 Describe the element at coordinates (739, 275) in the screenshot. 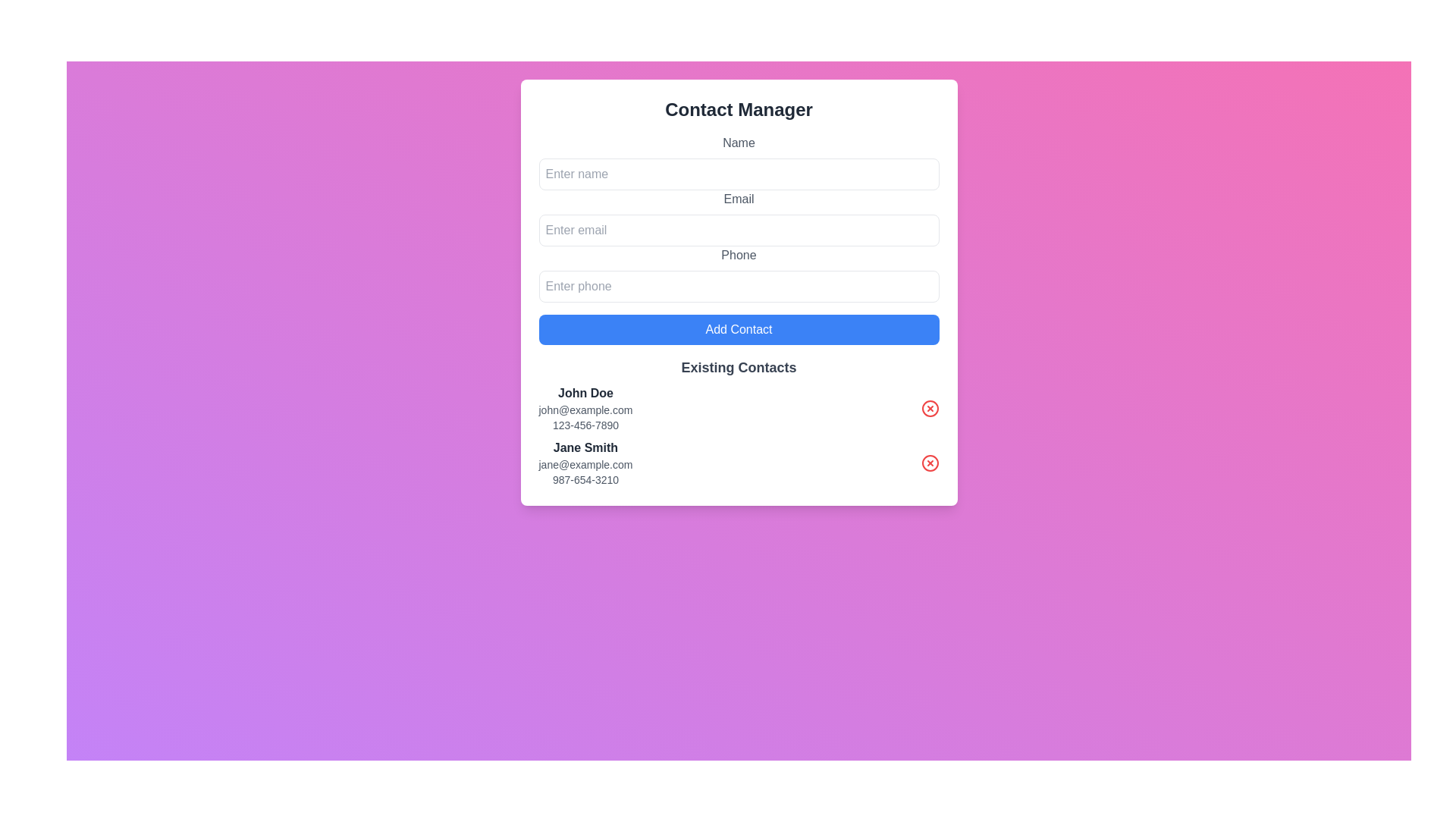

I see `the phone number input field, which is the third input field in the form` at that location.